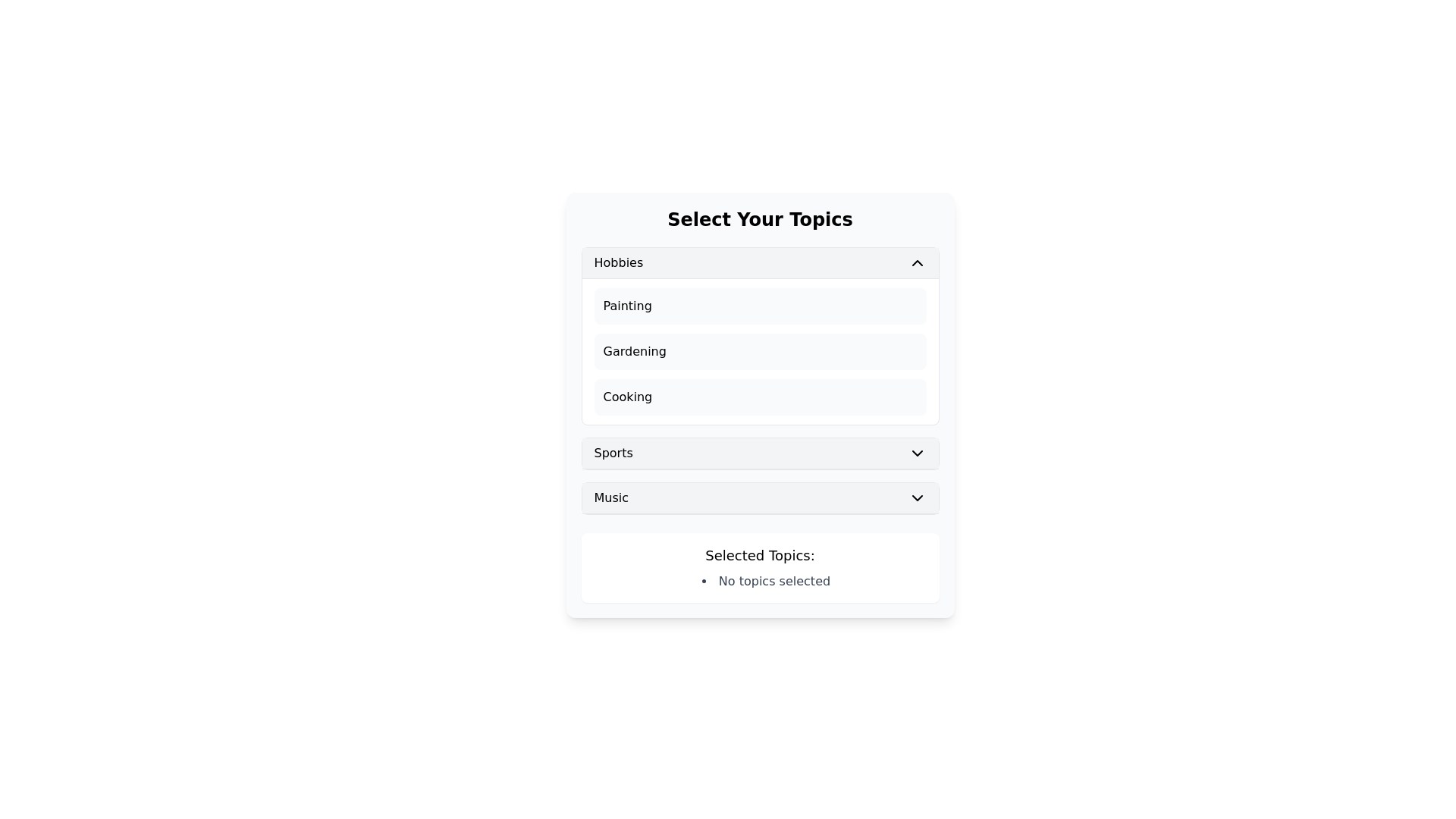 This screenshot has height=819, width=1456. I want to click on the Dropdown Chevron icon located to the far right of the 'Sports' row, so click(916, 452).